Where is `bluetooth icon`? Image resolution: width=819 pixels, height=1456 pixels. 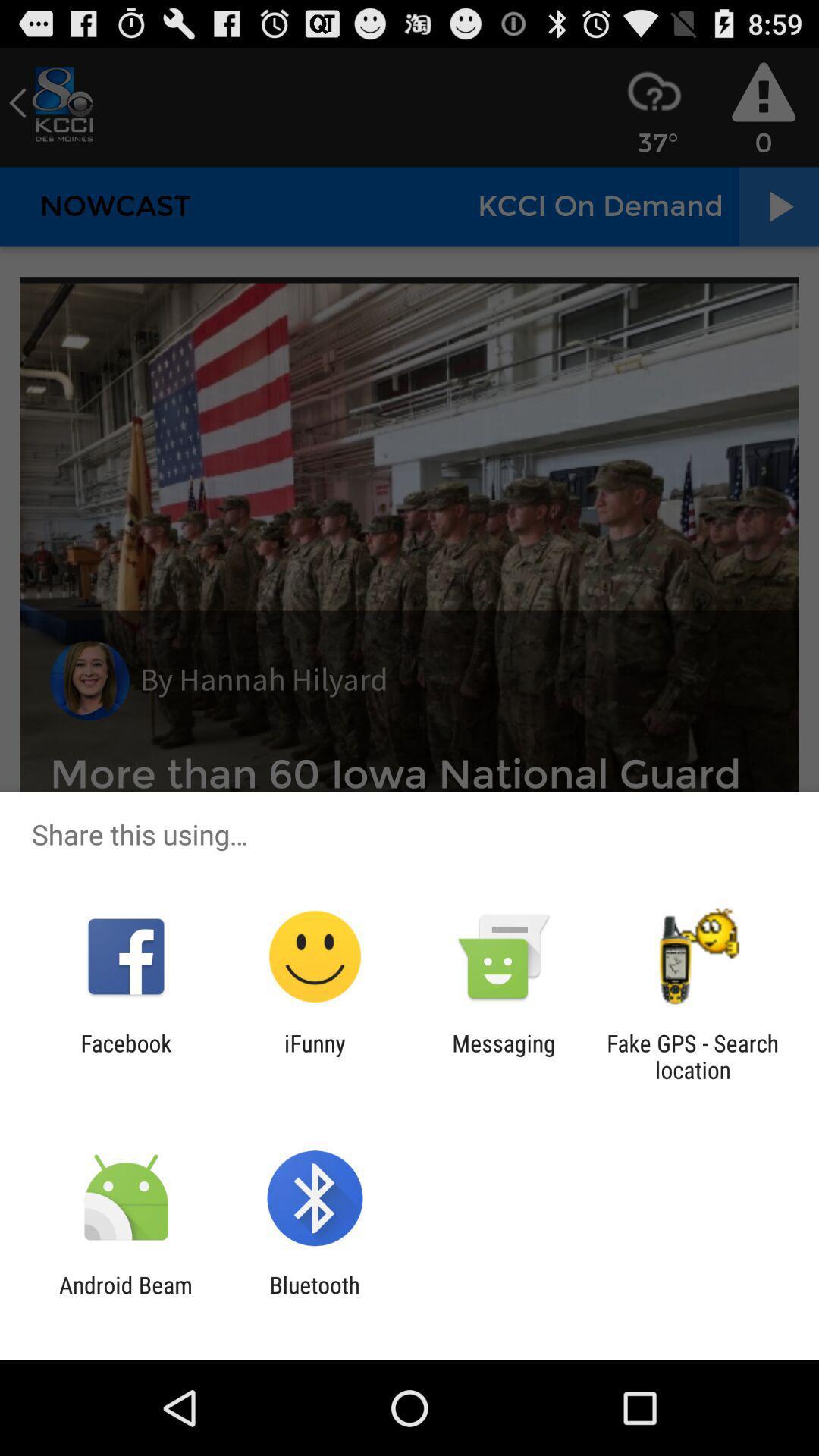 bluetooth icon is located at coordinates (314, 1298).